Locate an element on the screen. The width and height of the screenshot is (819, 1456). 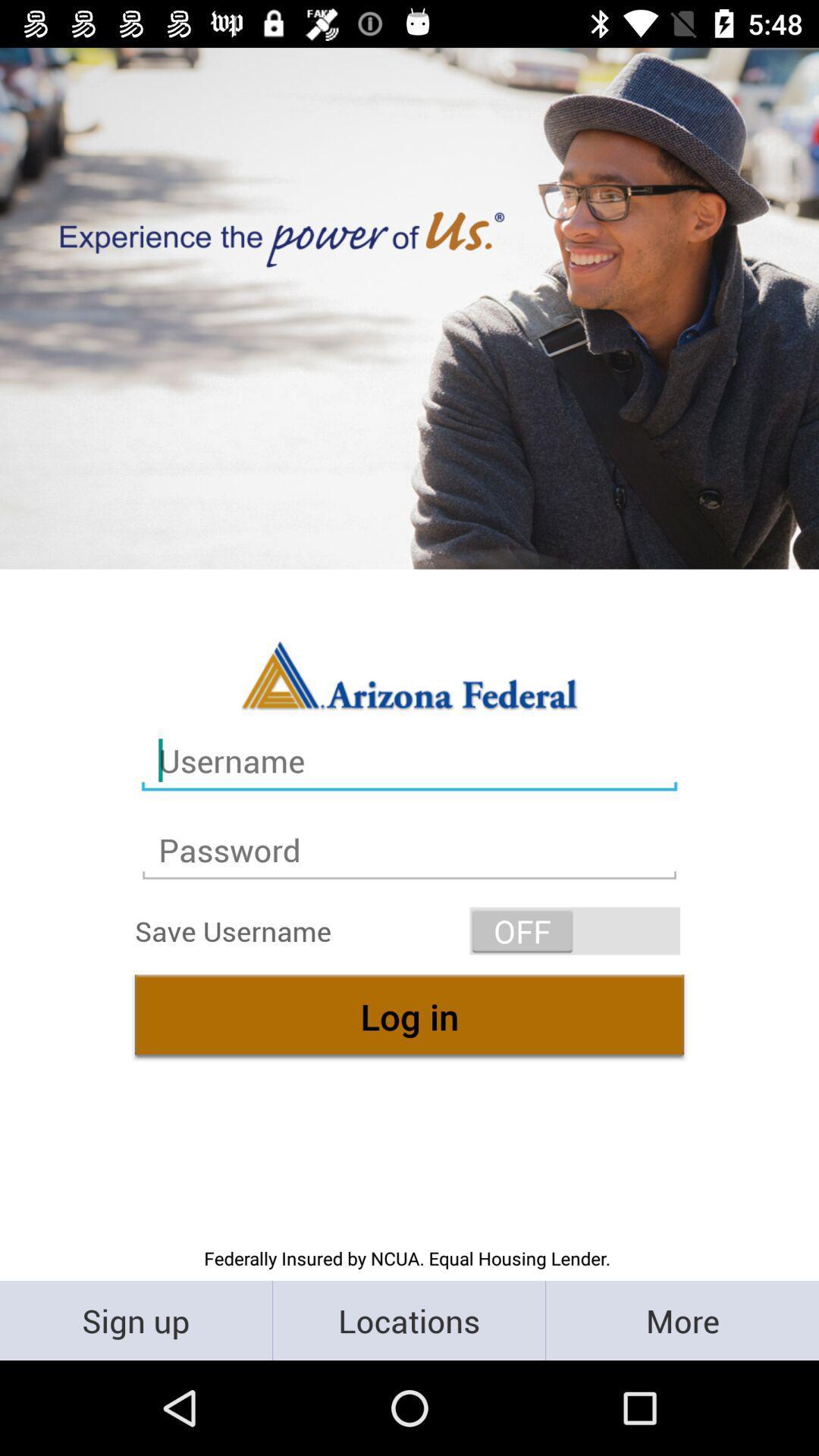
the item next to locations is located at coordinates (681, 1319).